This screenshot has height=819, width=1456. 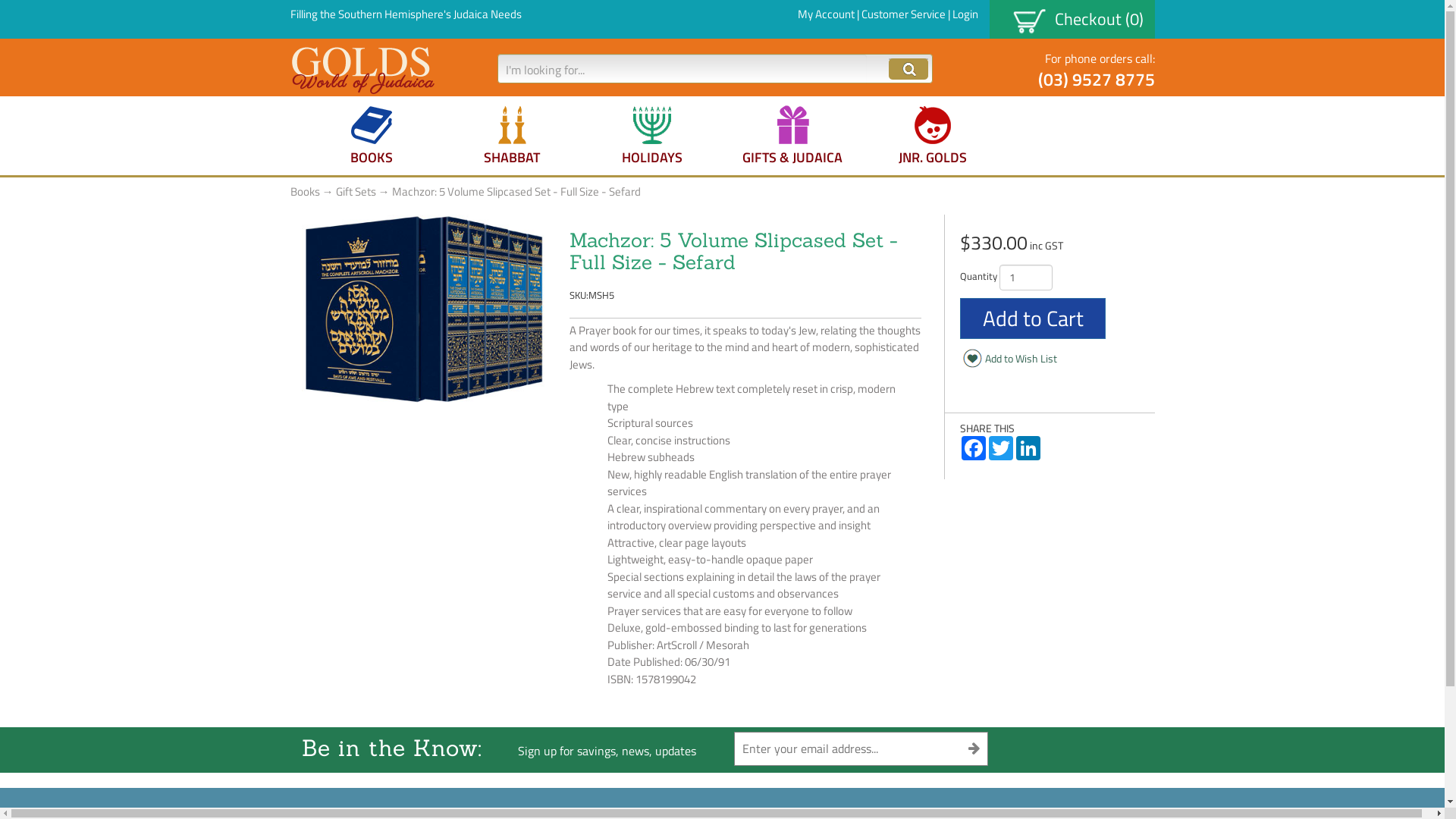 What do you see at coordinates (903, 14) in the screenshot?
I see `'Customer Service'` at bounding box center [903, 14].